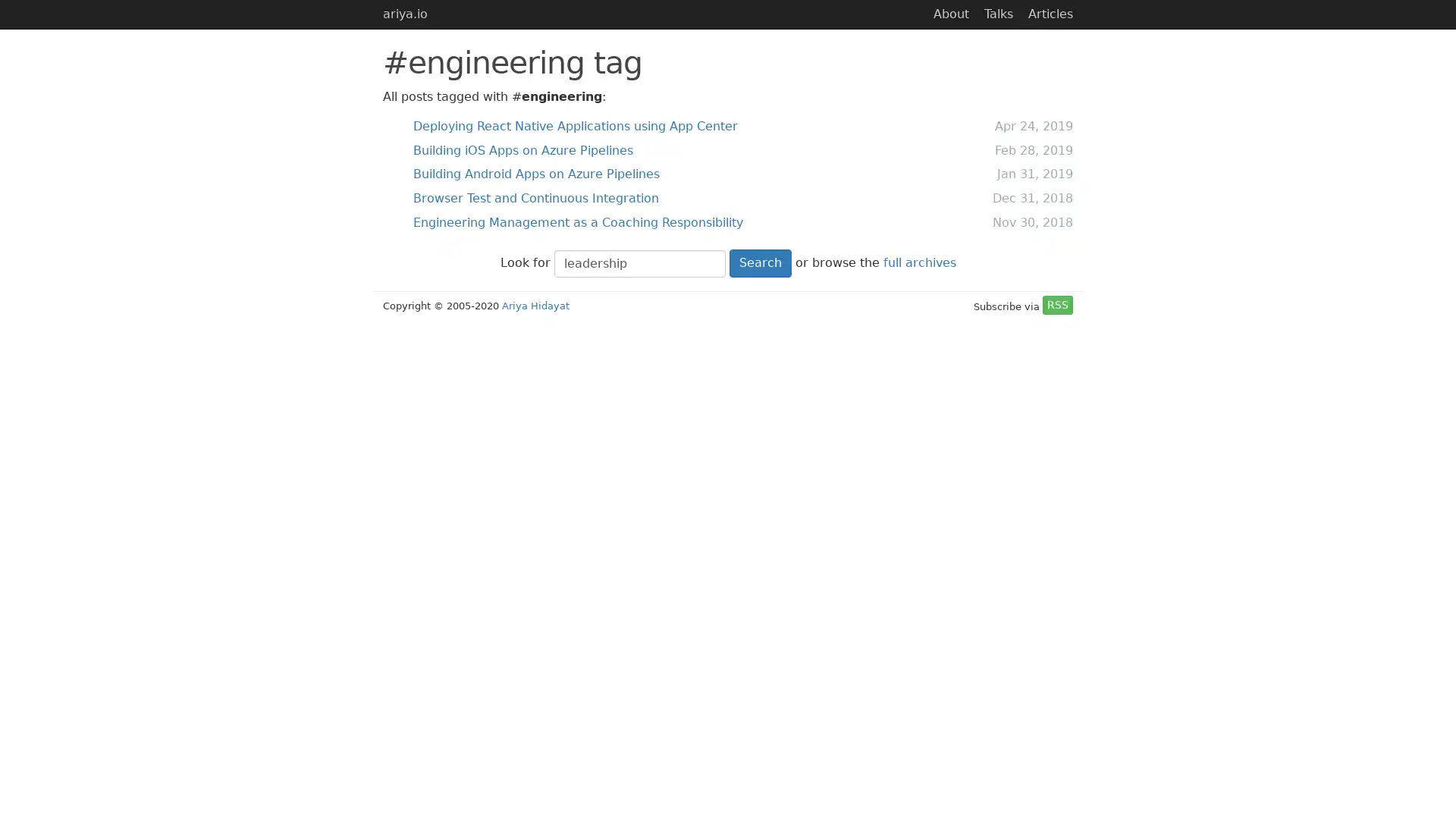 This screenshot has width=1456, height=819. What do you see at coordinates (760, 262) in the screenshot?
I see `Search` at bounding box center [760, 262].